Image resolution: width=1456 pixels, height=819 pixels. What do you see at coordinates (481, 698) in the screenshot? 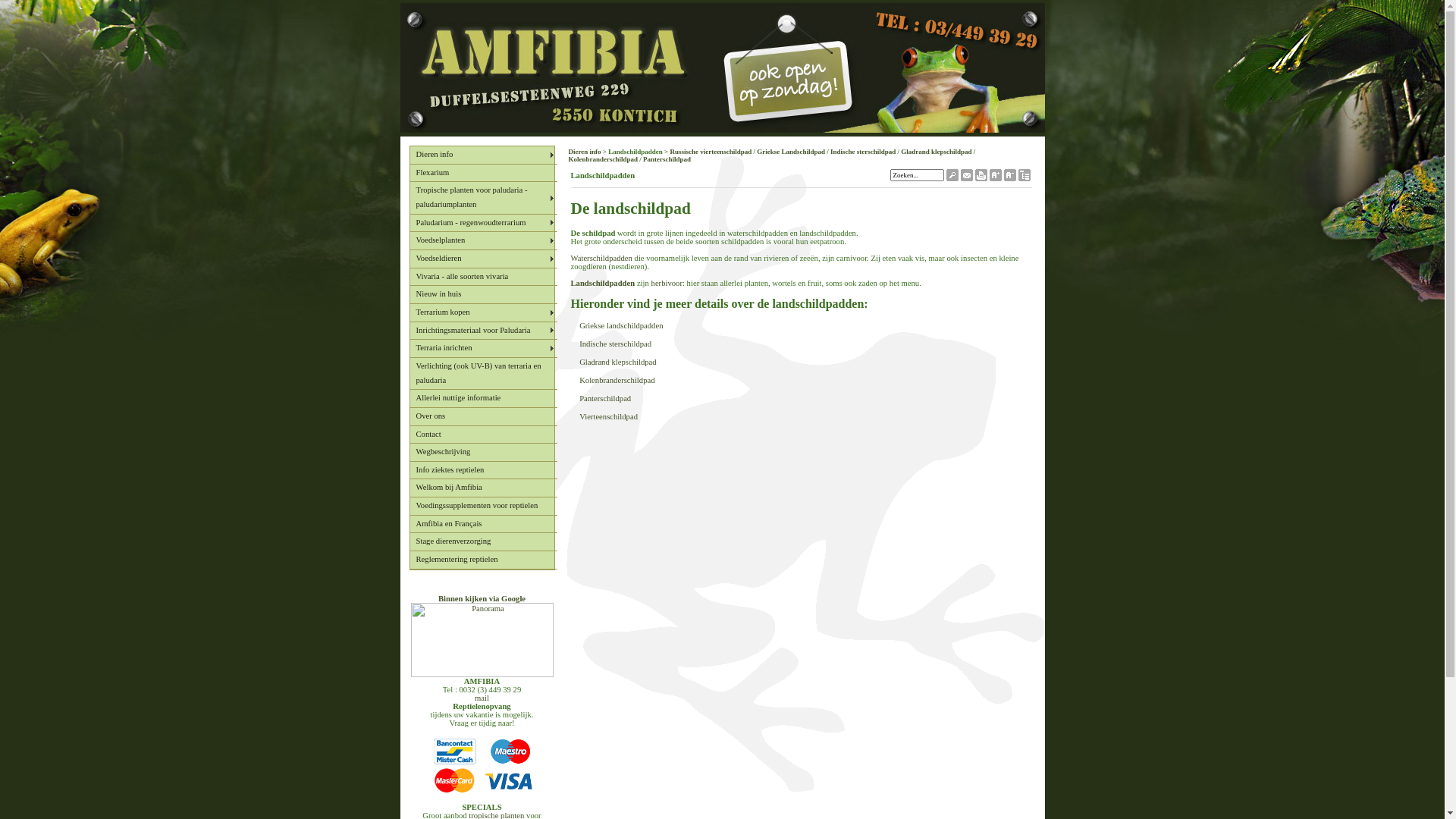
I see `'mail'` at bounding box center [481, 698].